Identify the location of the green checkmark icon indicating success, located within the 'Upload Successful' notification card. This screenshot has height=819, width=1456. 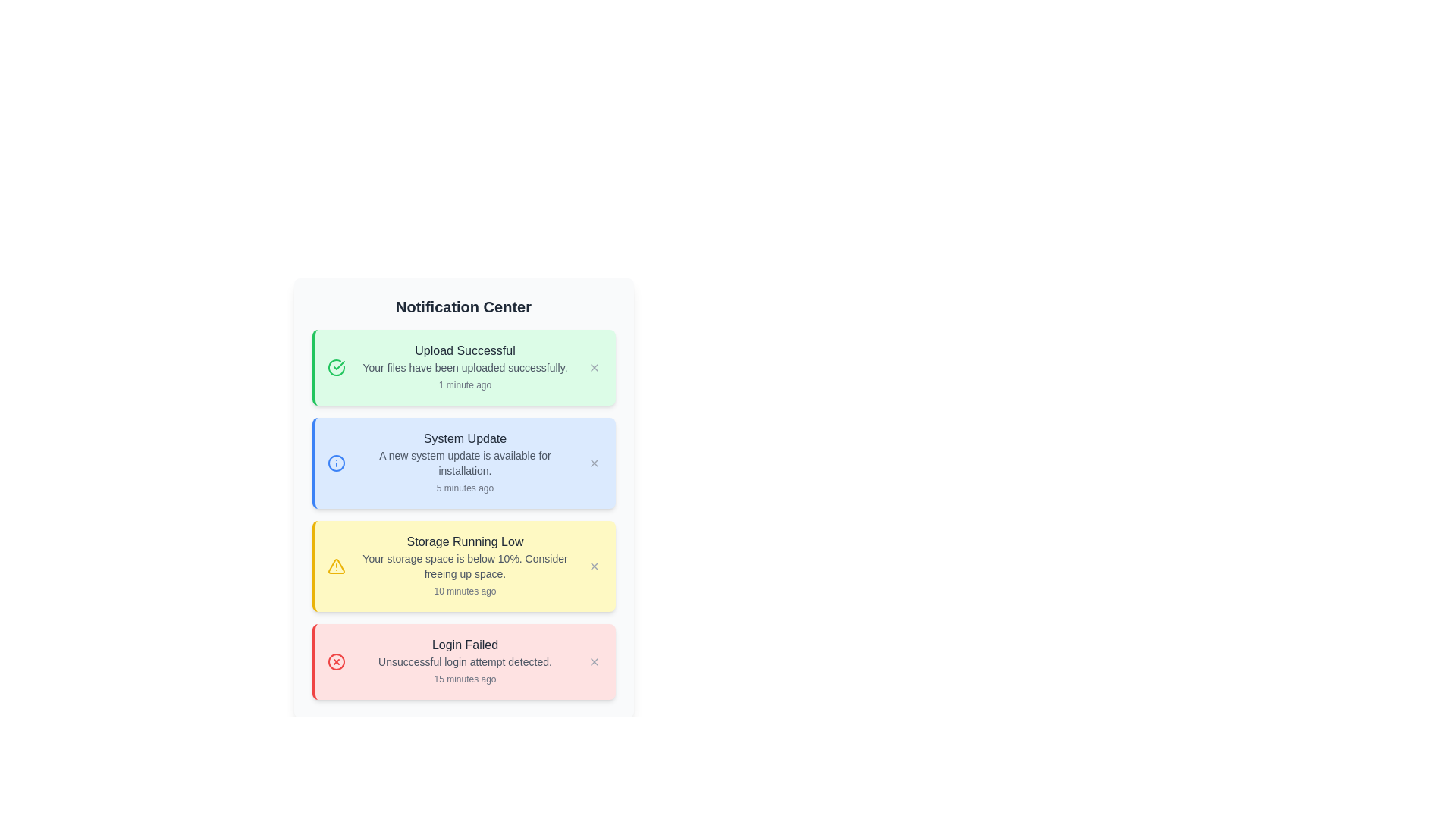
(337, 366).